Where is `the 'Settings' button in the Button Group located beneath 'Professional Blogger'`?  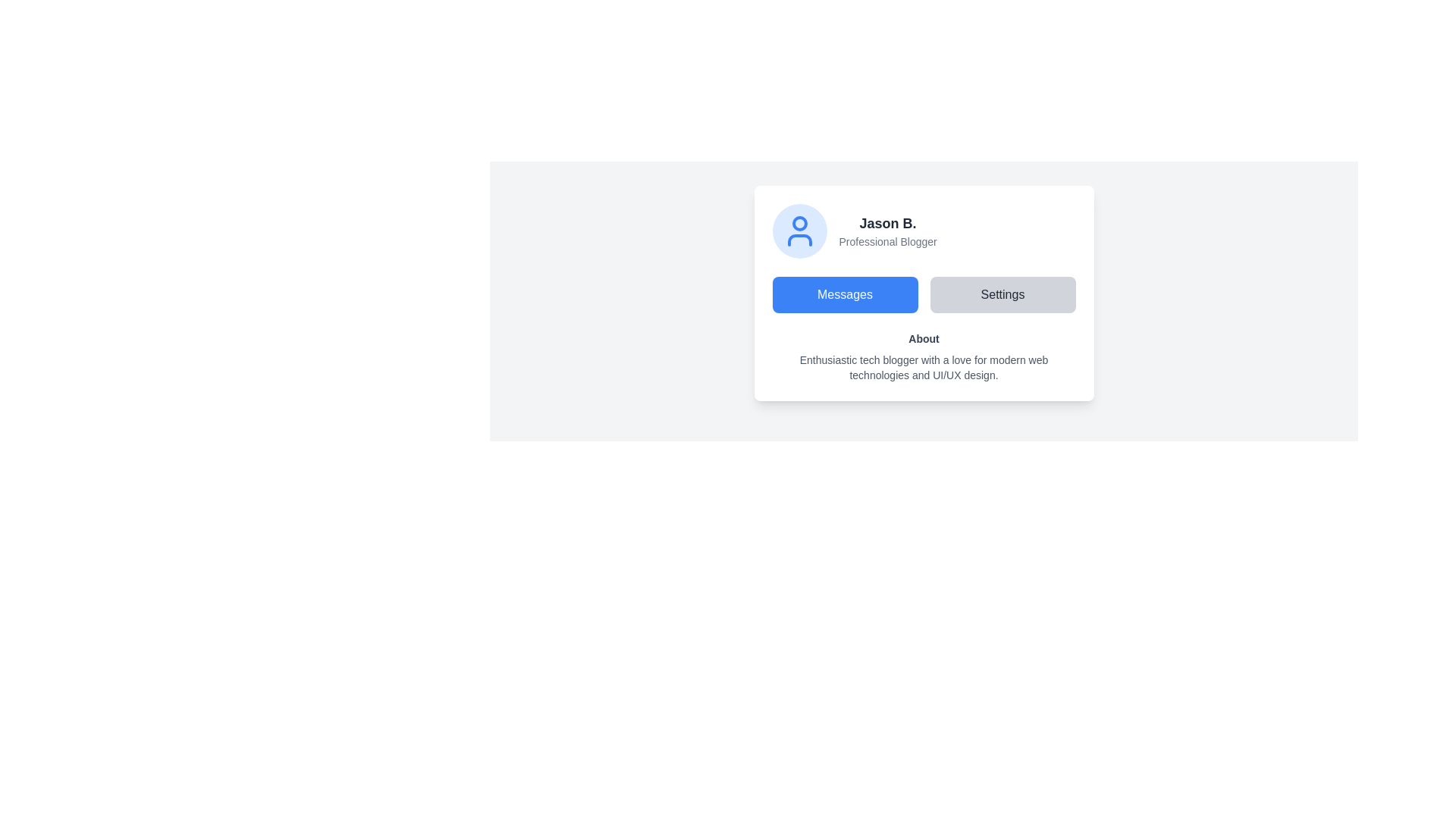 the 'Settings' button in the Button Group located beneath 'Professional Blogger' is located at coordinates (923, 295).